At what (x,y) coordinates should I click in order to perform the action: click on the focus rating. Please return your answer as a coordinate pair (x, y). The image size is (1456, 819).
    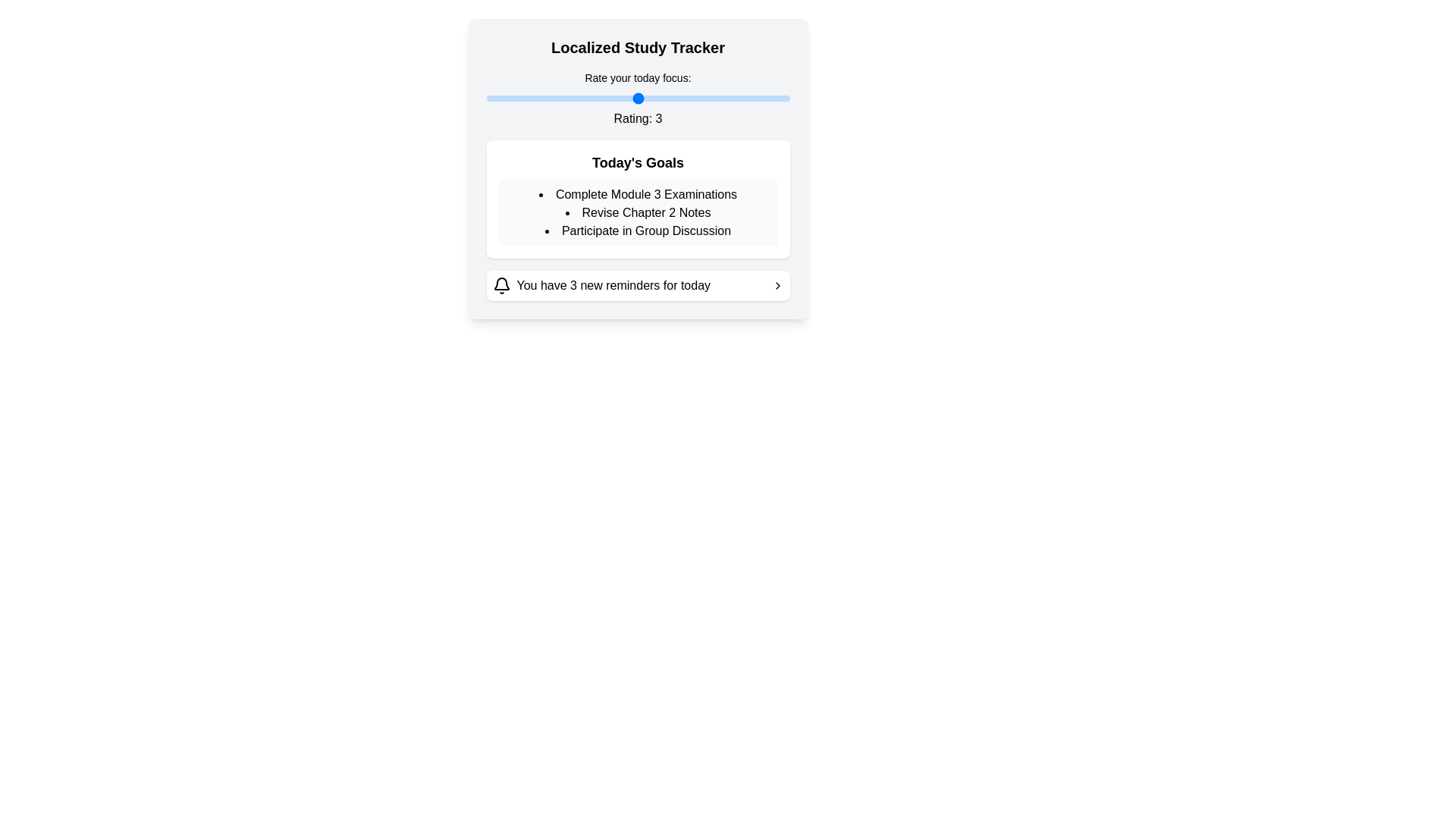
    Looking at the image, I should click on (638, 99).